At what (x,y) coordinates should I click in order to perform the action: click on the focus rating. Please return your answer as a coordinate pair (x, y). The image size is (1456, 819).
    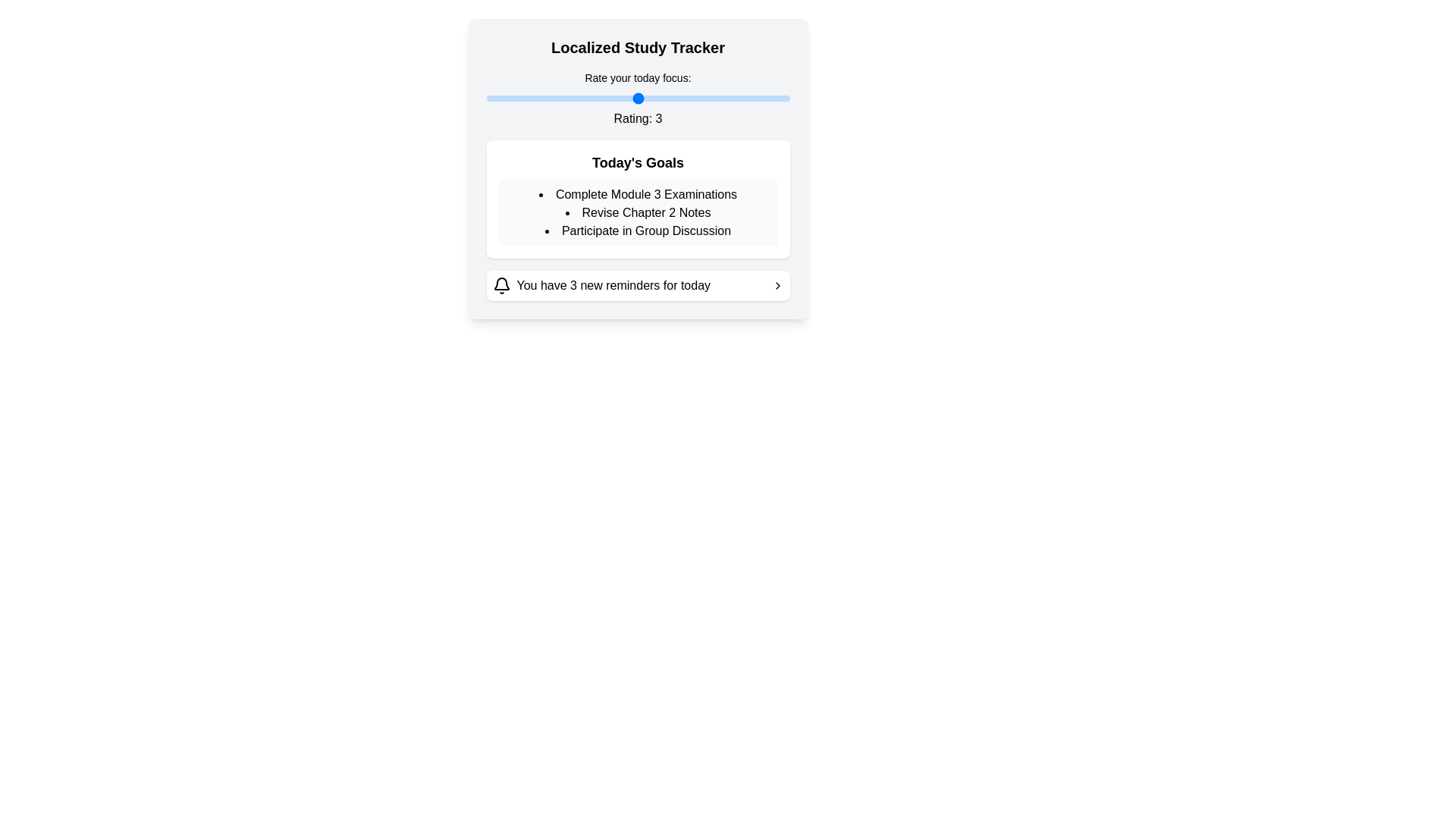
    Looking at the image, I should click on (638, 99).